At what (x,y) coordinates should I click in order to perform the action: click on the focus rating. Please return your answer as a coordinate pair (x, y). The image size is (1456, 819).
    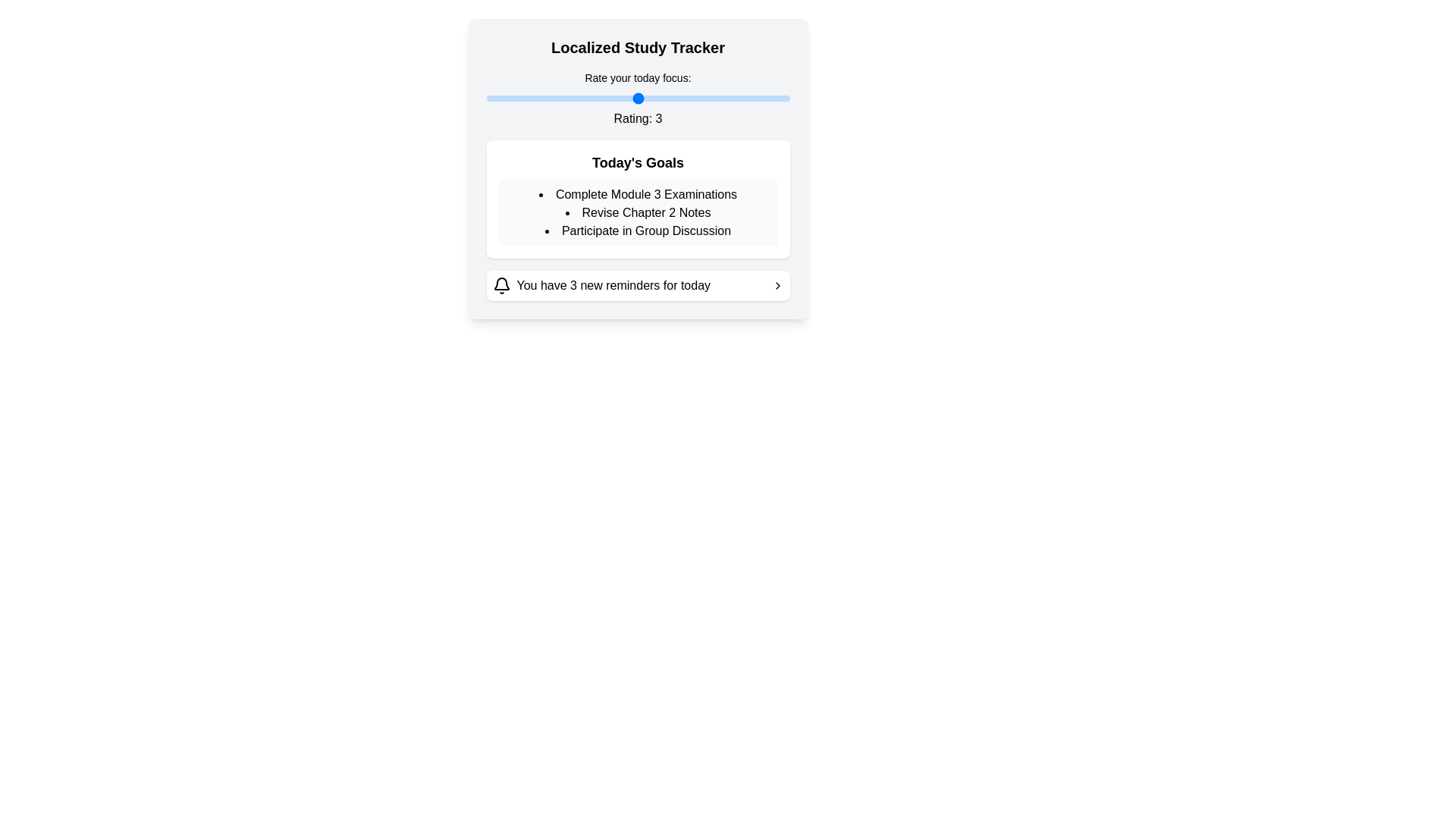
    Looking at the image, I should click on (638, 99).